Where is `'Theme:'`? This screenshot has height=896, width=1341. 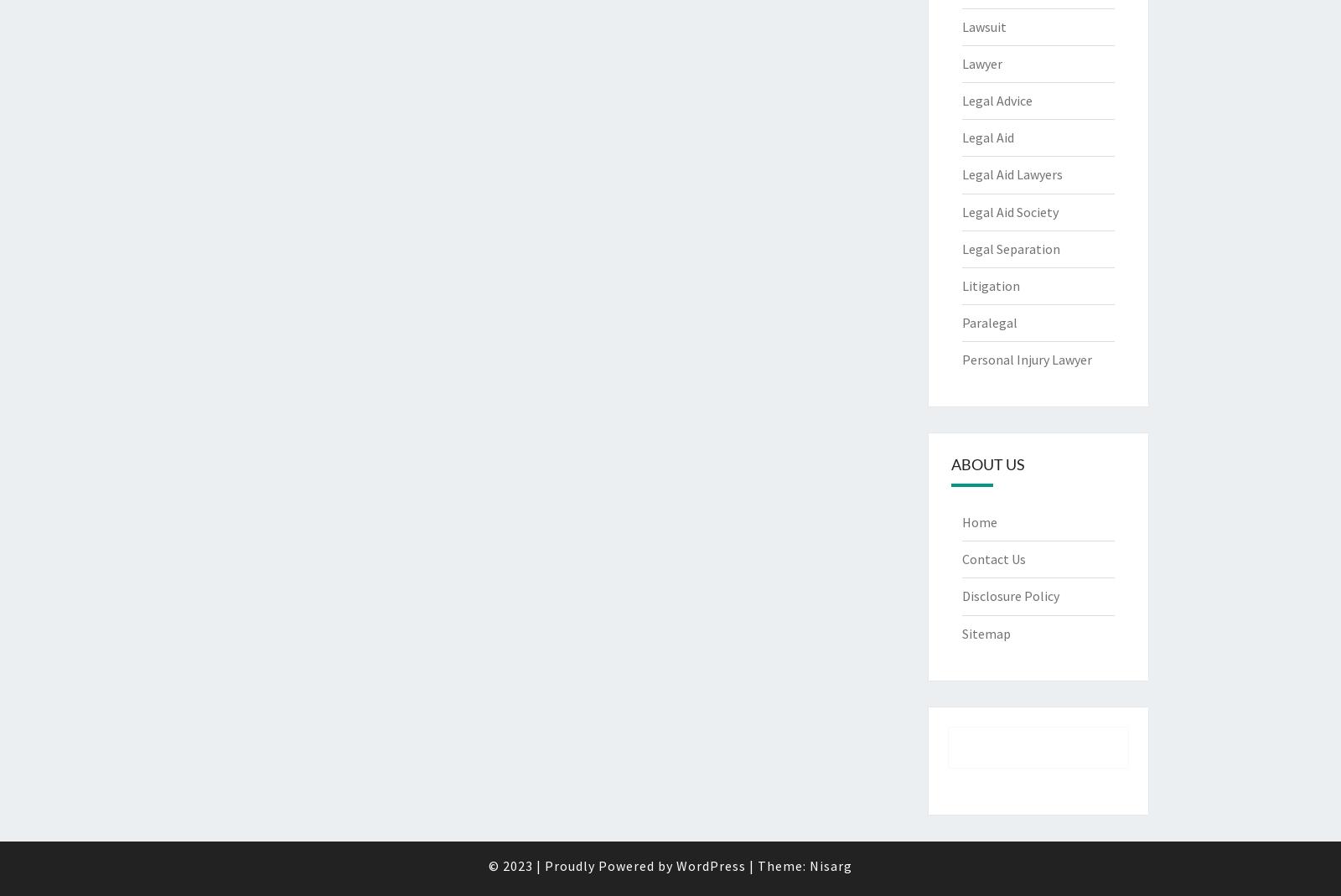
'Theme:' is located at coordinates (783, 865).